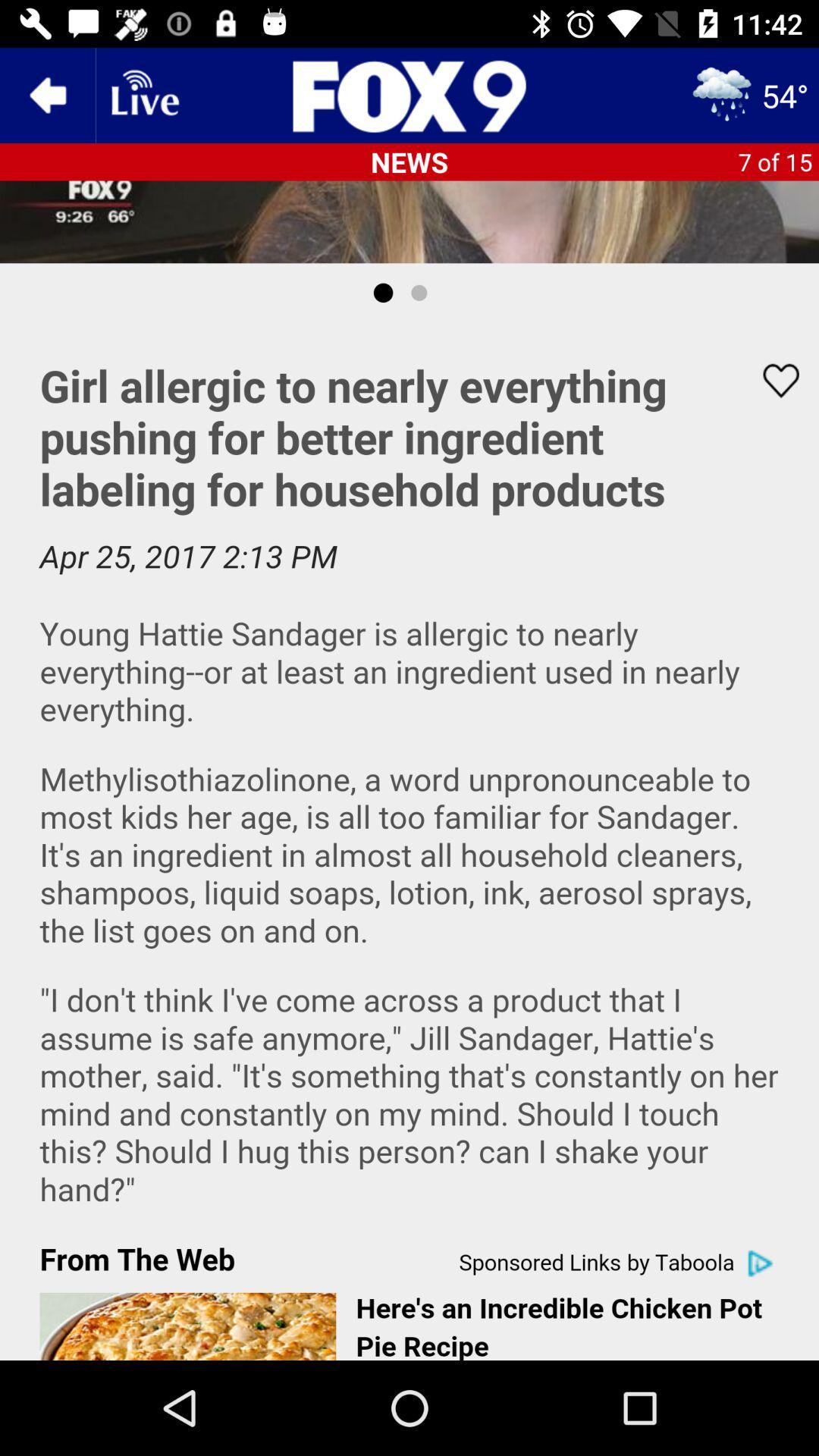 Image resolution: width=819 pixels, height=1456 pixels. Describe the element at coordinates (409, 94) in the screenshot. I see `fox` at that location.